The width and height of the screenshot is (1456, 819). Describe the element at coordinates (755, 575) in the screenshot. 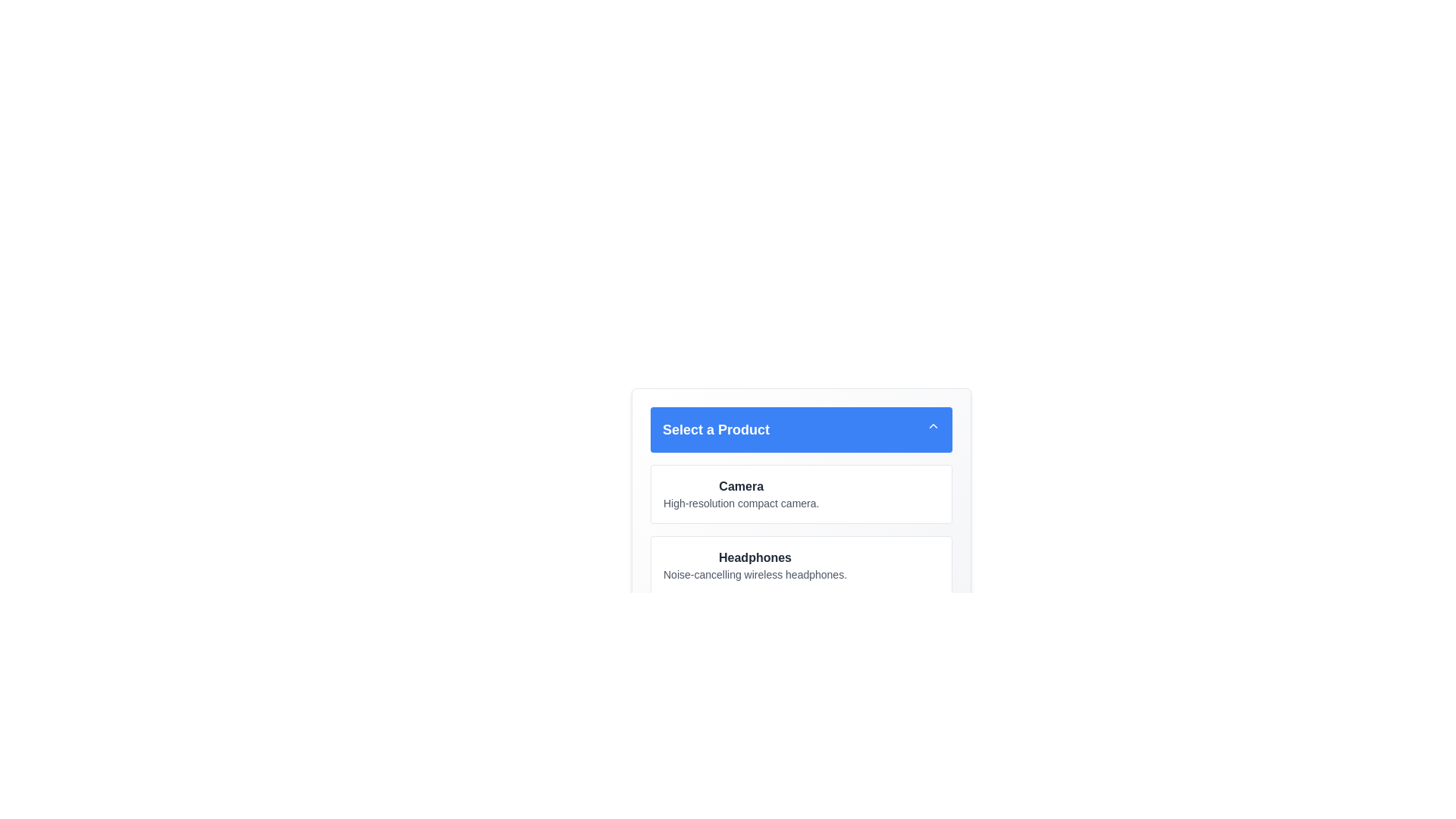

I see `description text located directly below the bold title 'Headphones' in the 'Select a Product' section, which is styled in a smaller gray font` at that location.